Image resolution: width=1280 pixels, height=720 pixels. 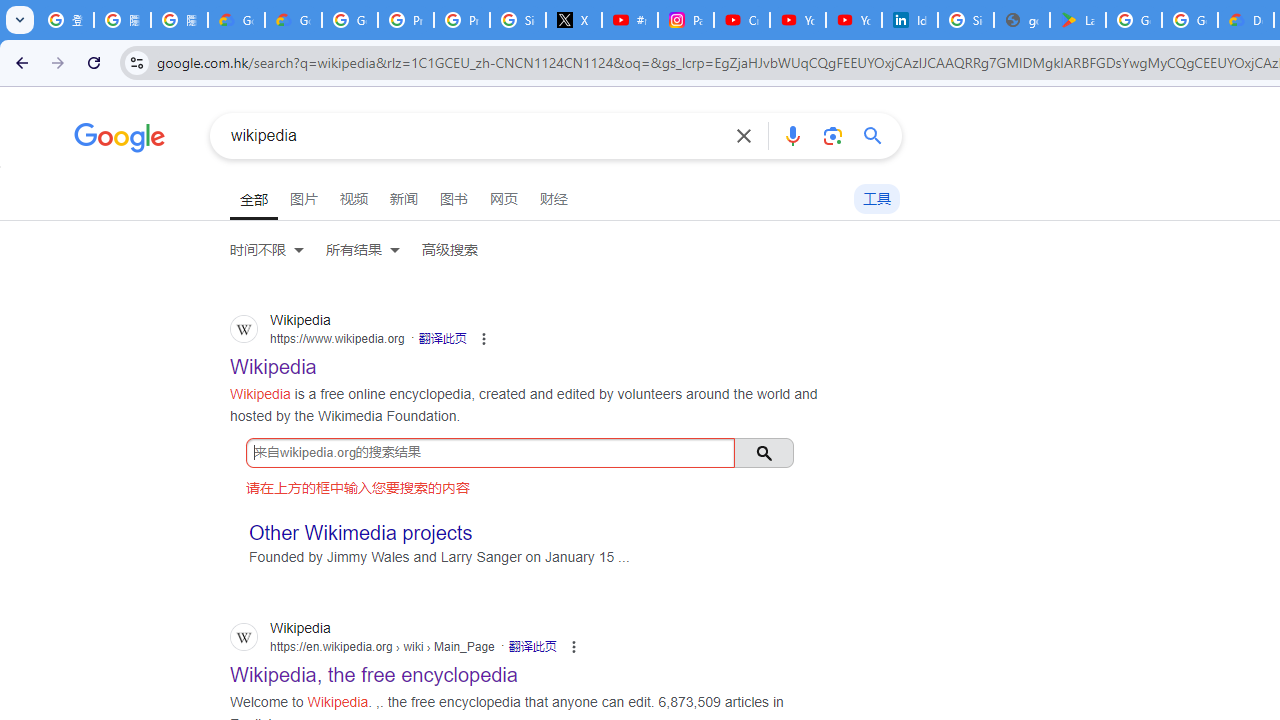 I want to click on 'Google', so click(x=119, y=138).